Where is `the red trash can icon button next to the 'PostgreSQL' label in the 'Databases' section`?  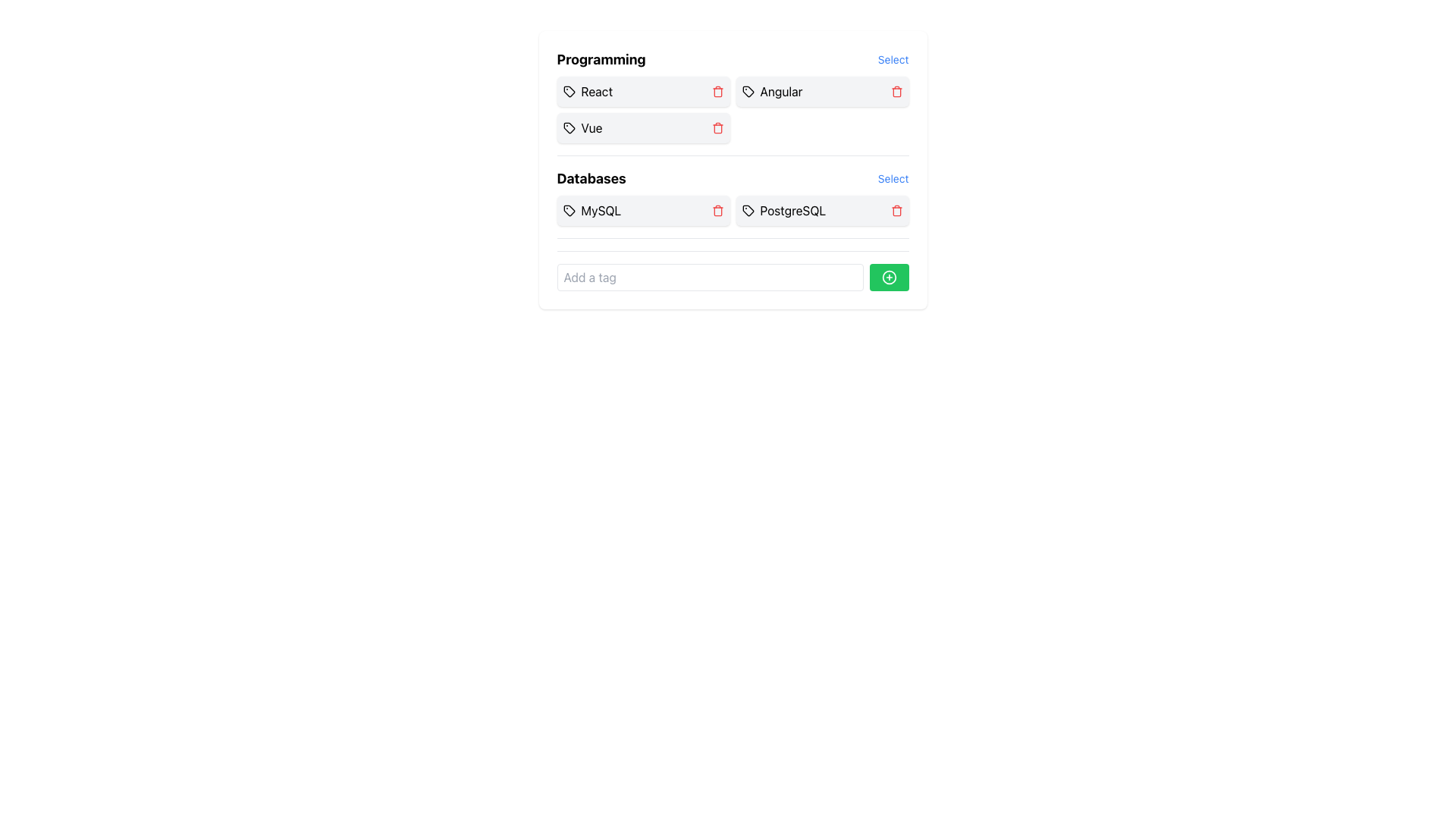 the red trash can icon button next to the 'PostgreSQL' label in the 'Databases' section is located at coordinates (896, 210).